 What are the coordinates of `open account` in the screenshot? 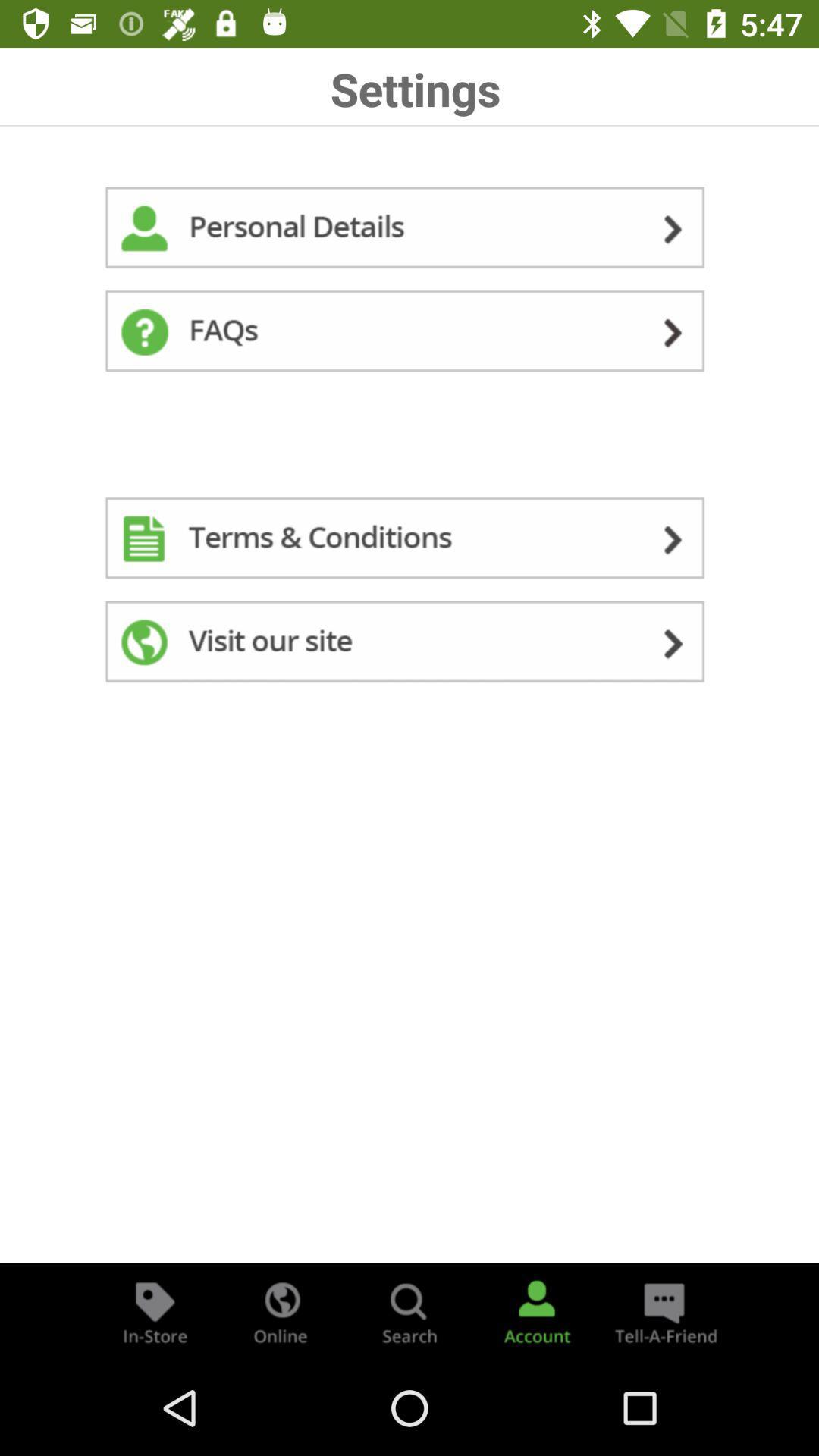 It's located at (536, 1310).